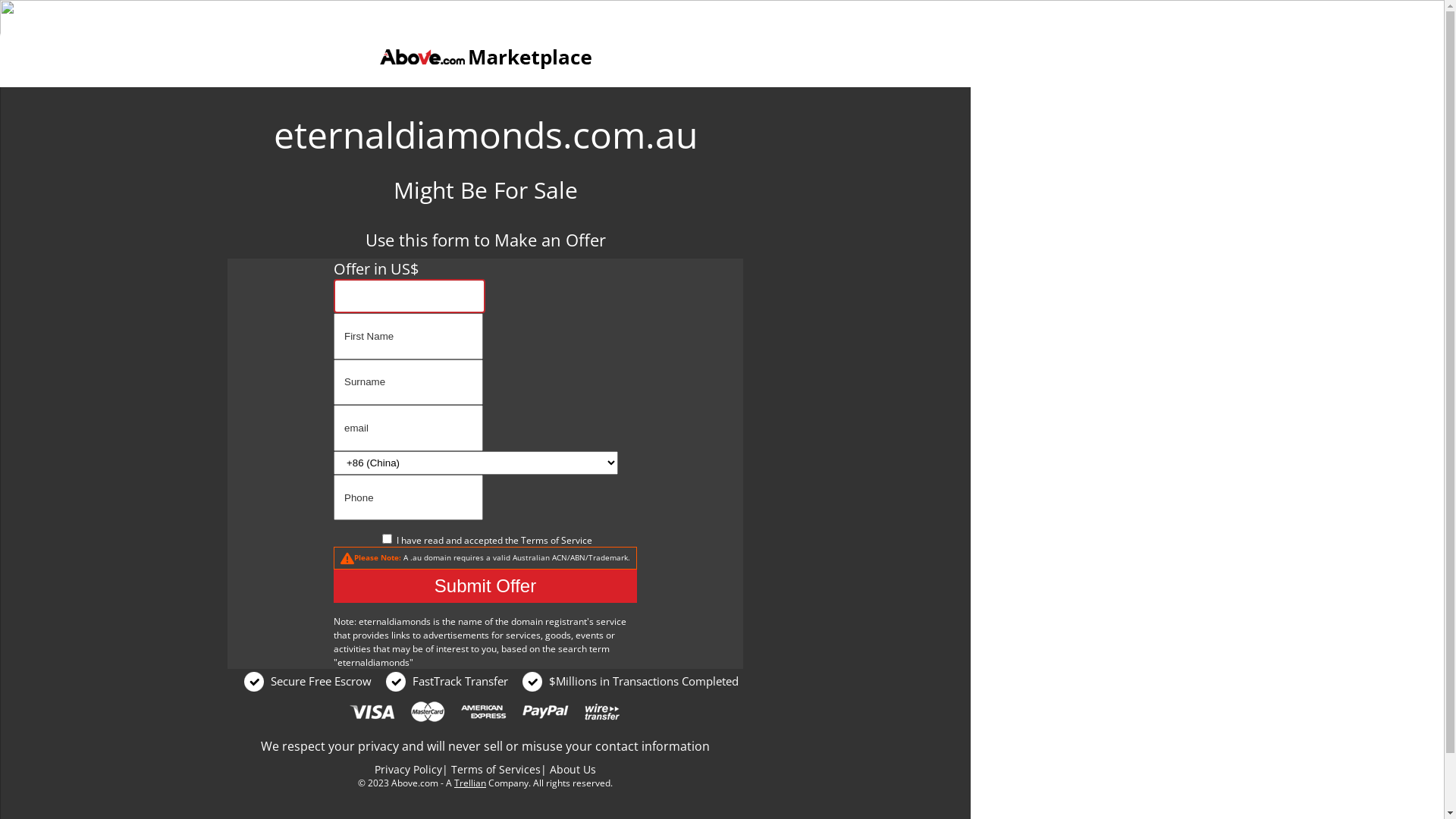  Describe the element at coordinates (469, 783) in the screenshot. I see `'Trellian'` at that location.